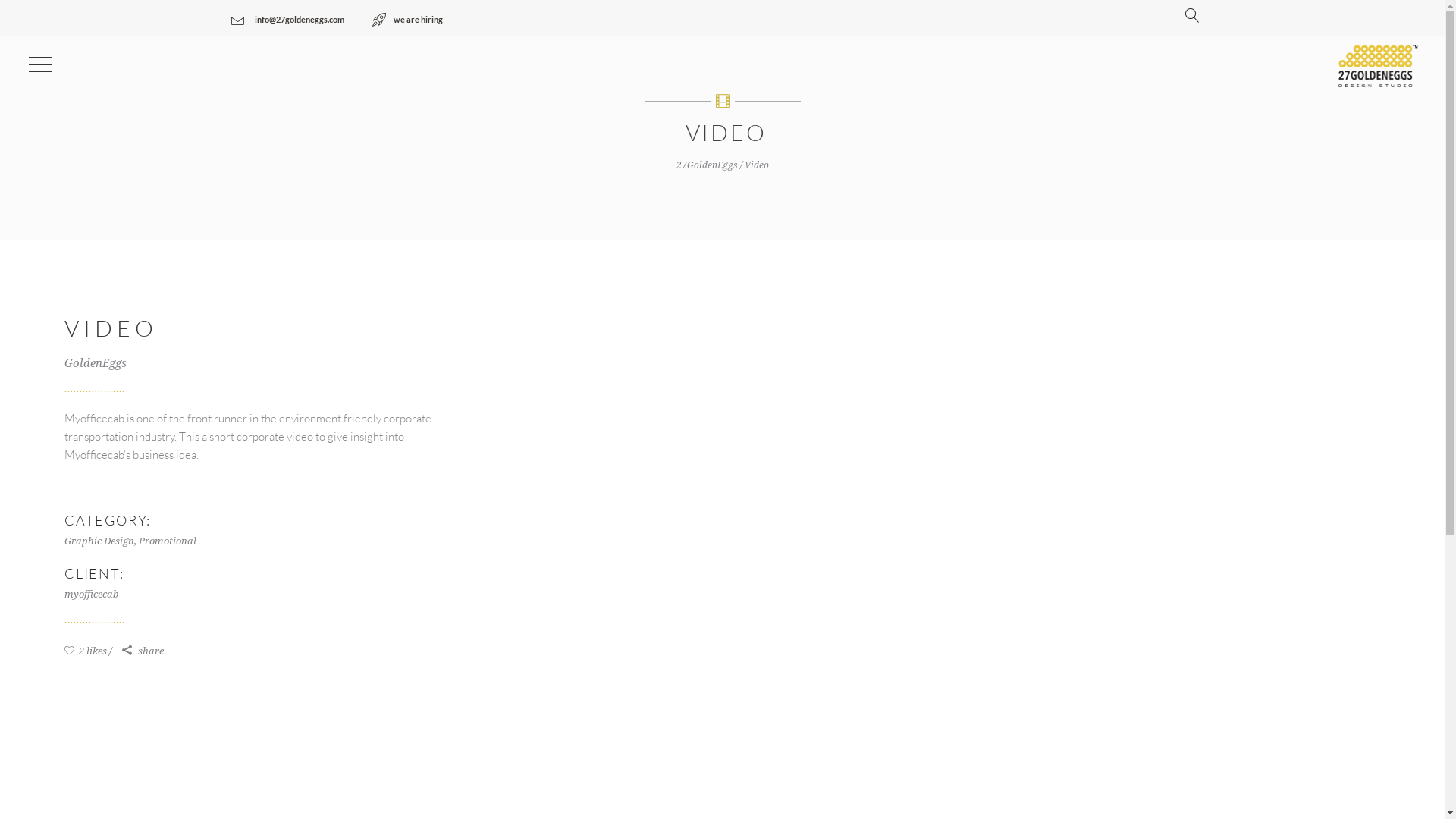  Describe the element at coordinates (287, 20) in the screenshot. I see `'info@27goldeneggs.com'` at that location.